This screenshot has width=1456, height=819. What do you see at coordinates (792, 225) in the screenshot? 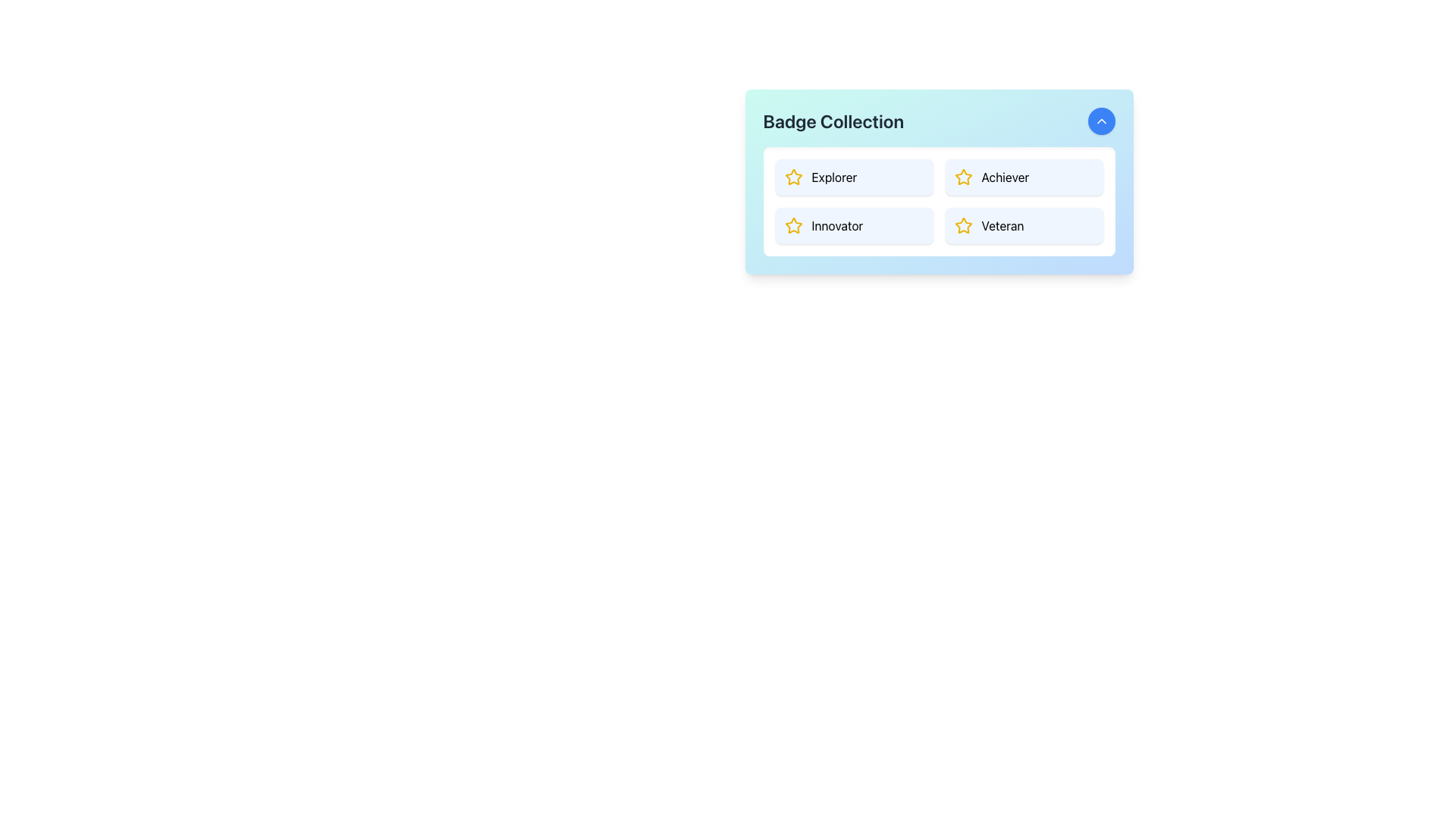
I see `the star-shaped icon with a yellow border located in the 'Badge Collection' to the left of the 'Innovator' label` at bounding box center [792, 225].